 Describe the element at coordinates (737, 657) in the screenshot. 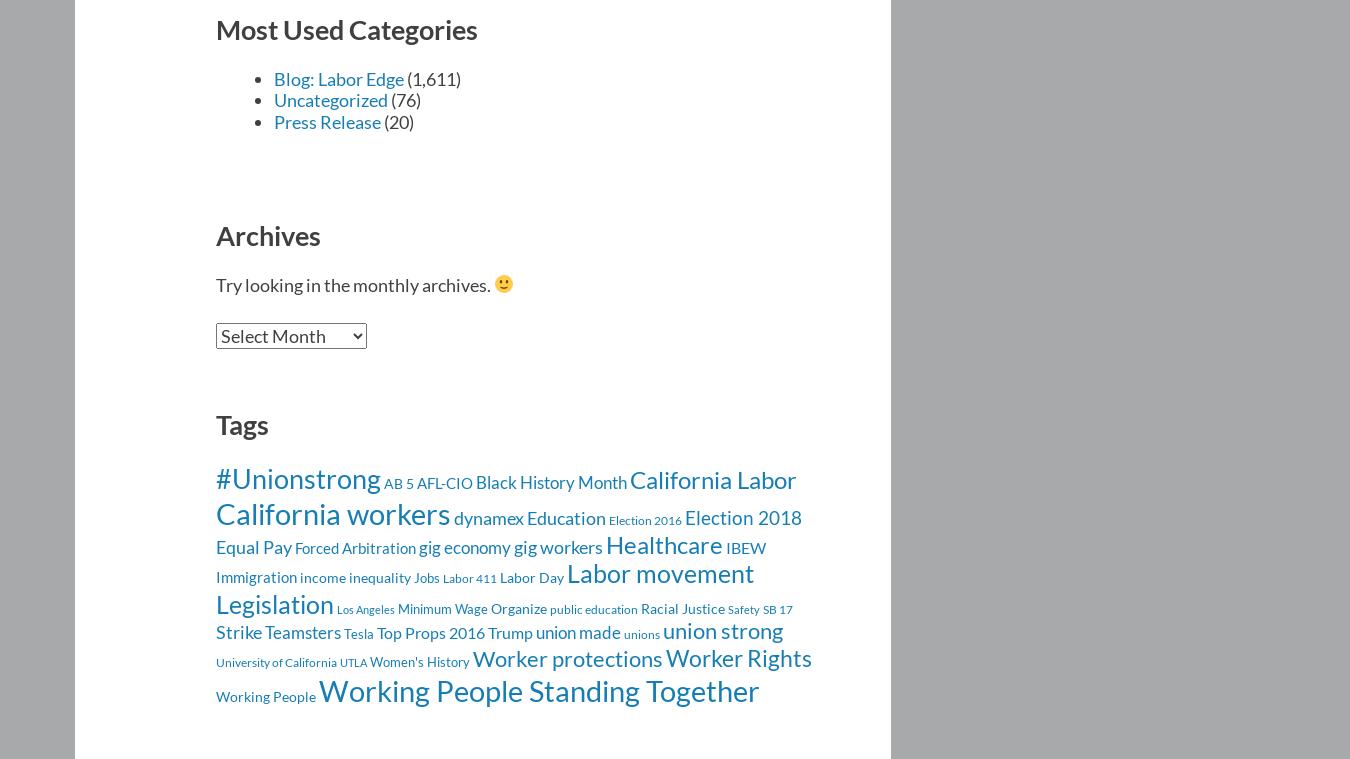

I see `'Worker Rights'` at that location.